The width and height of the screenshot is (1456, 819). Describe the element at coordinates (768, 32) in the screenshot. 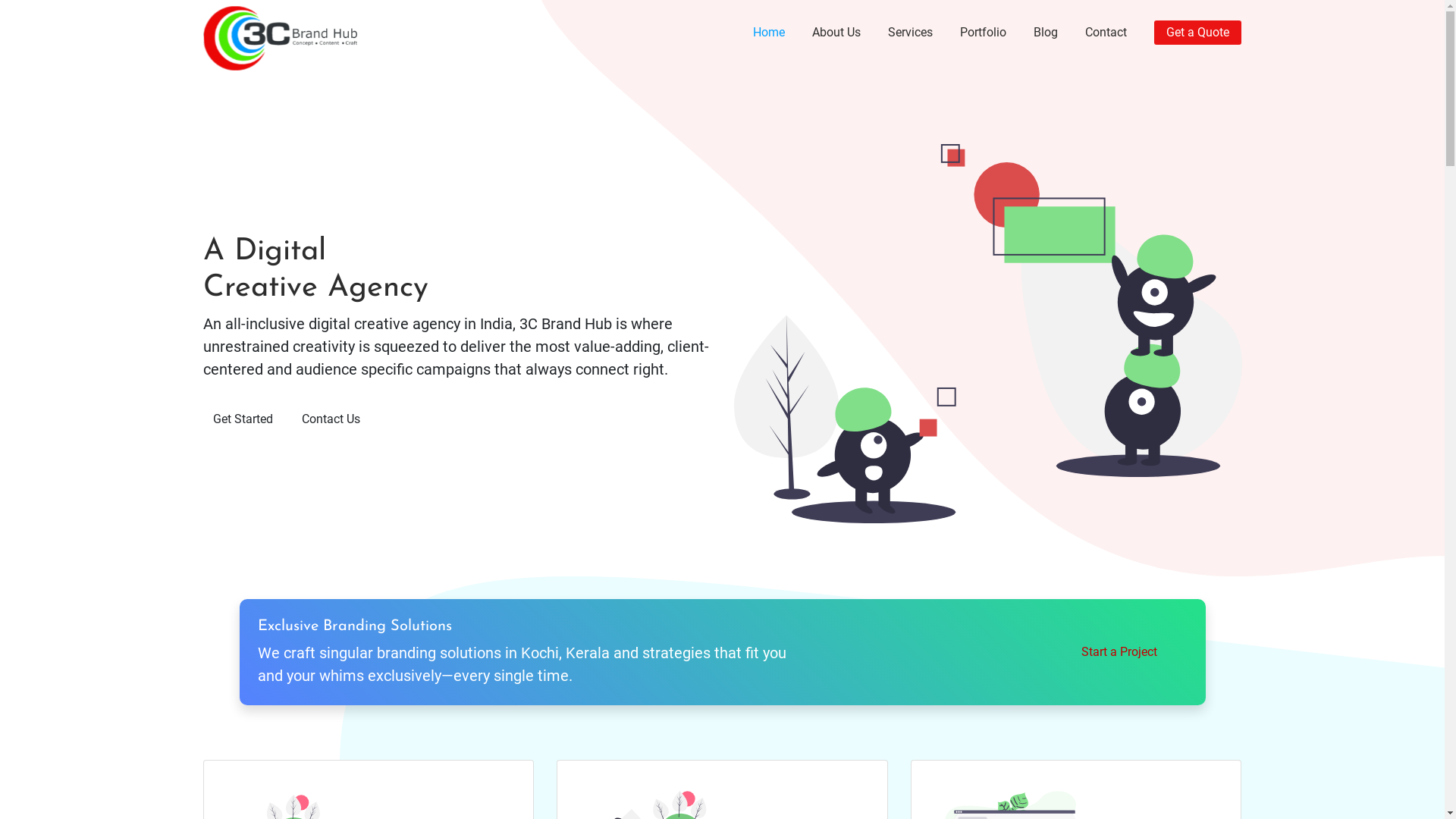

I see `'Home'` at that location.